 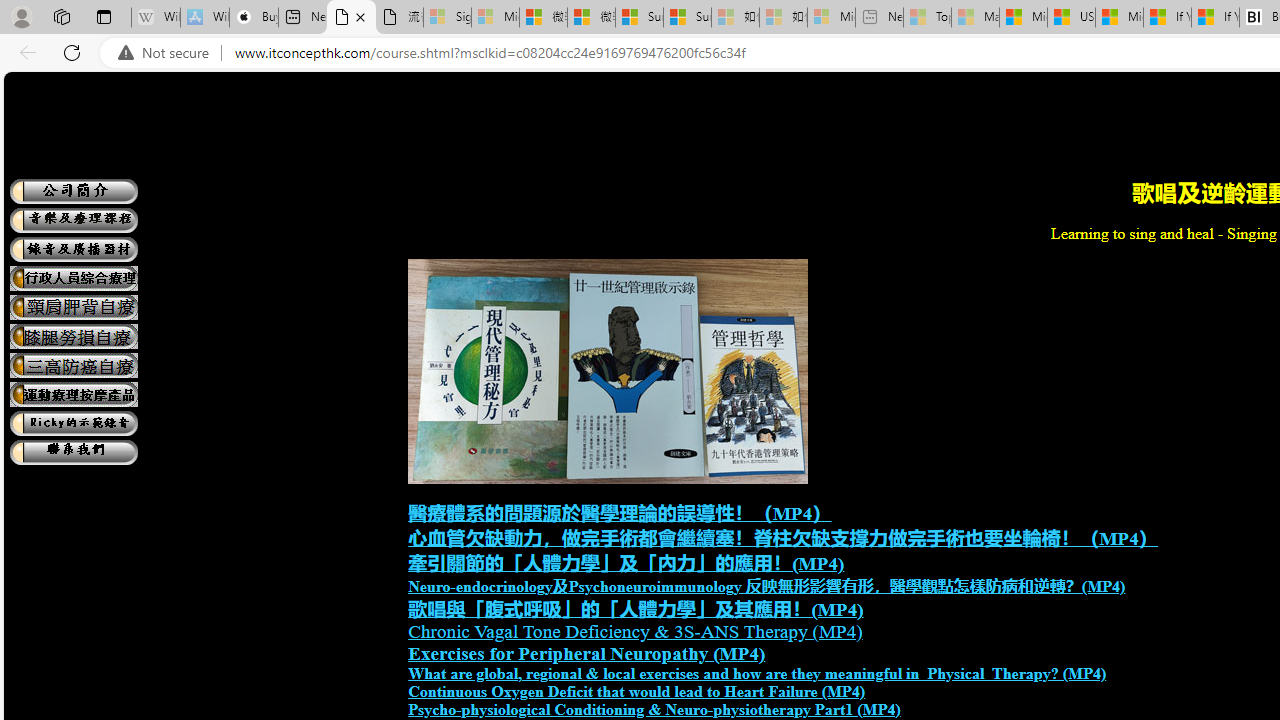 What do you see at coordinates (446, 17) in the screenshot?
I see `'Sign in to your Microsoft account - Sleeping'` at bounding box center [446, 17].